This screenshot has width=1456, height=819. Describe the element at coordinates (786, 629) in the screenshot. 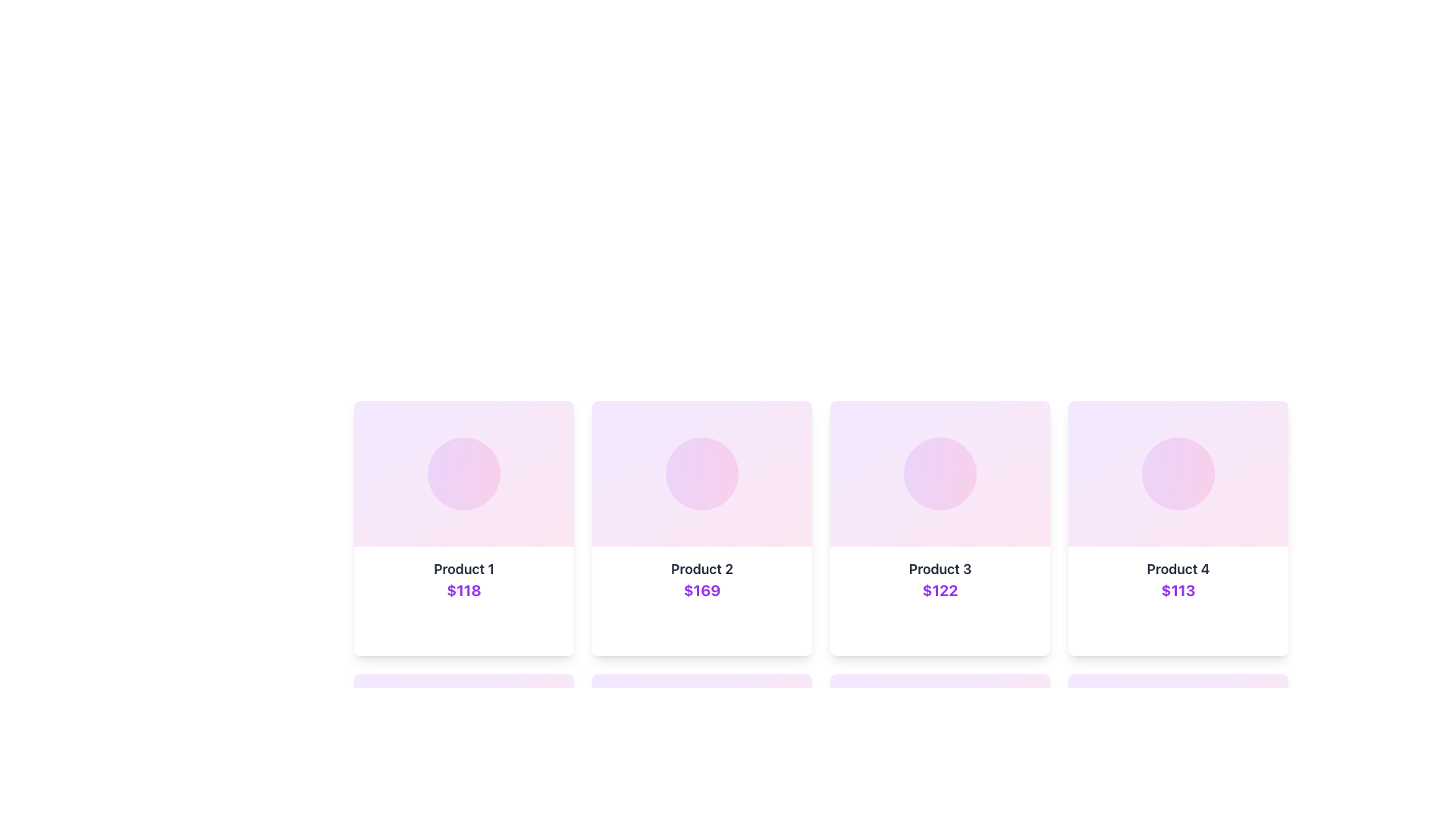

I see `the button located at the bottom-right of the 'Product 2' panel` at that location.